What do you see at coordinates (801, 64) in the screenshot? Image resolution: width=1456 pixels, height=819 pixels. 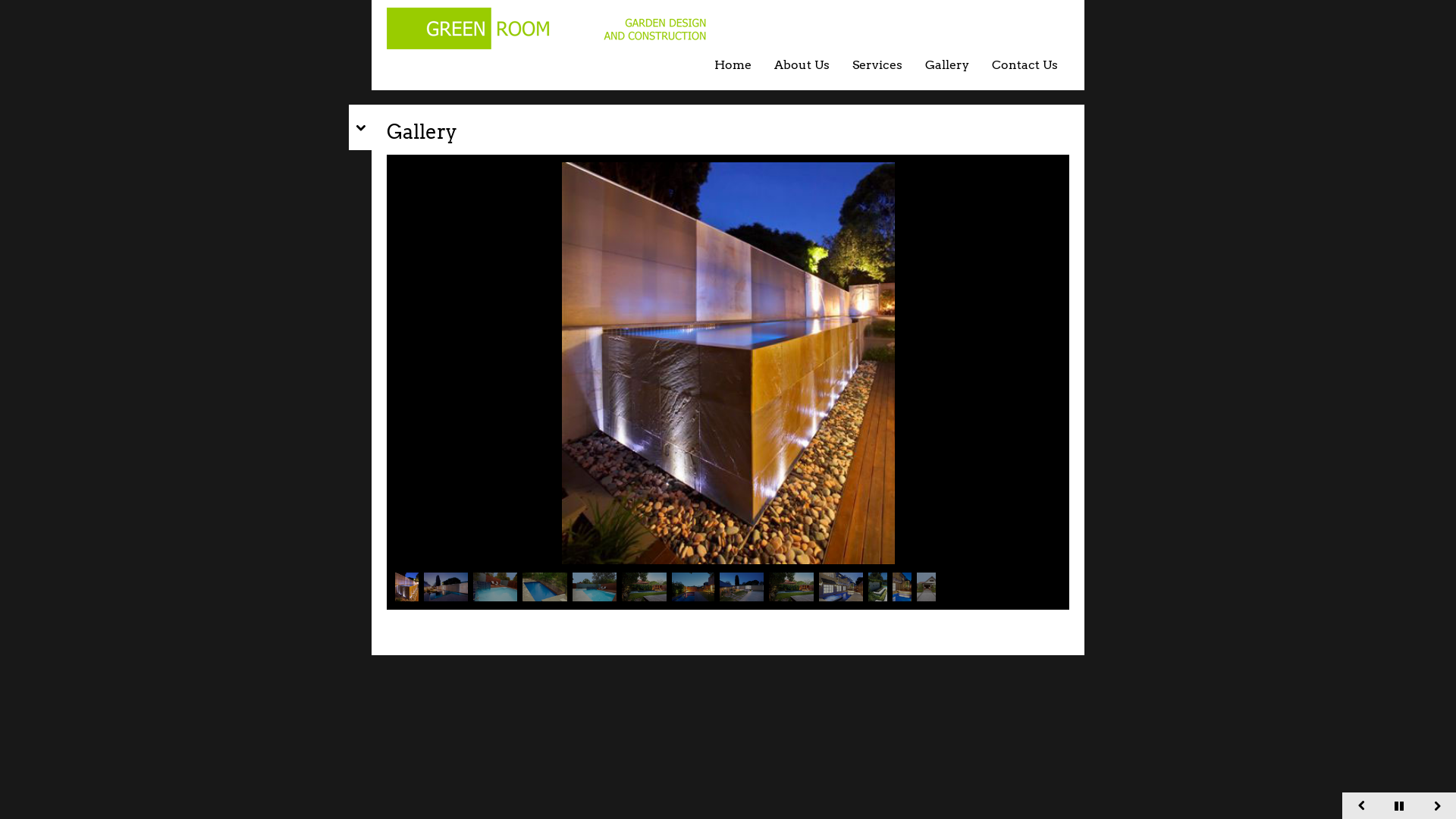 I see `'About Us'` at bounding box center [801, 64].